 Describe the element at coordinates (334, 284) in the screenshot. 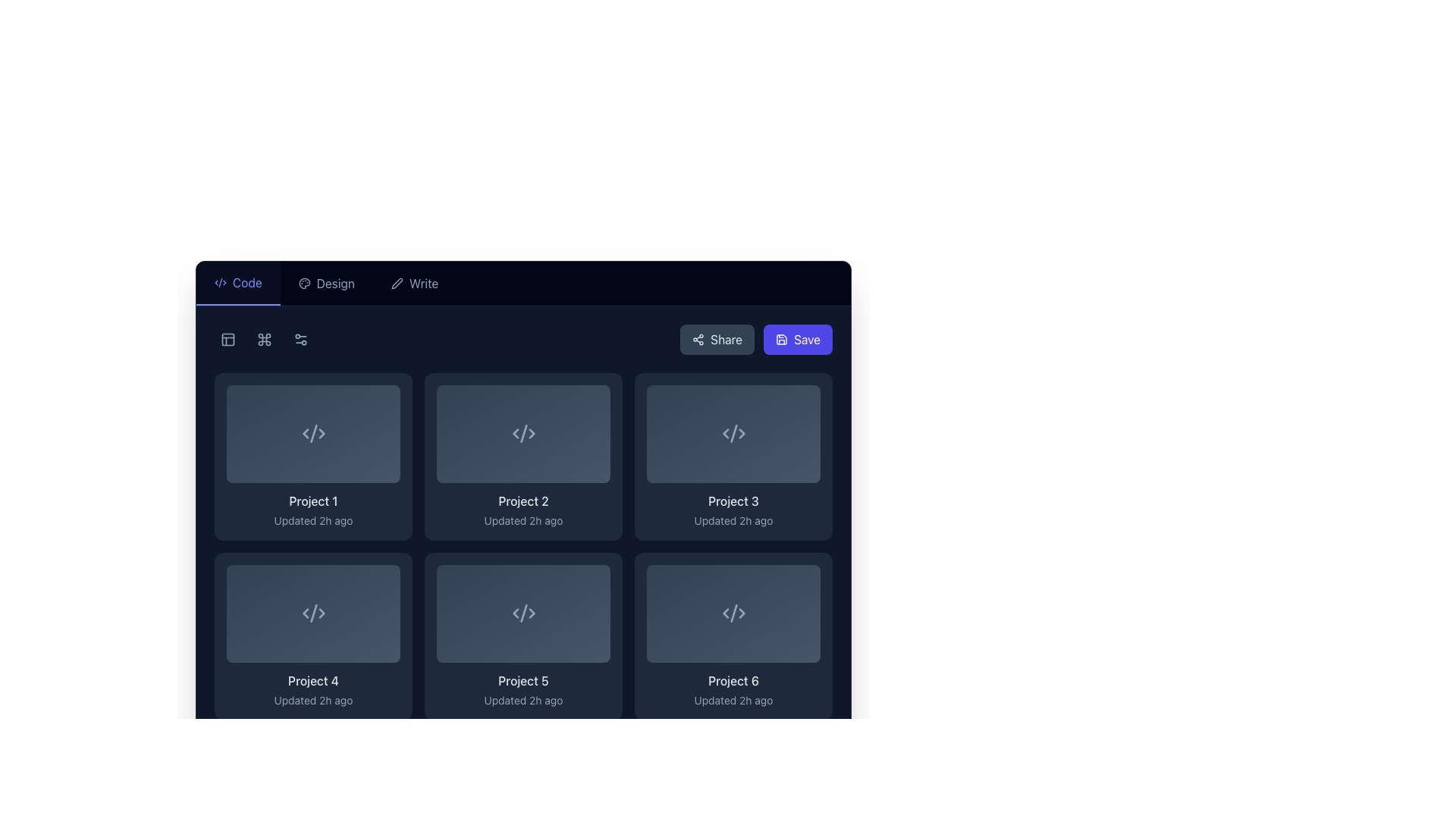

I see `the 'Design' text label in the horizontal navigation menu` at that location.